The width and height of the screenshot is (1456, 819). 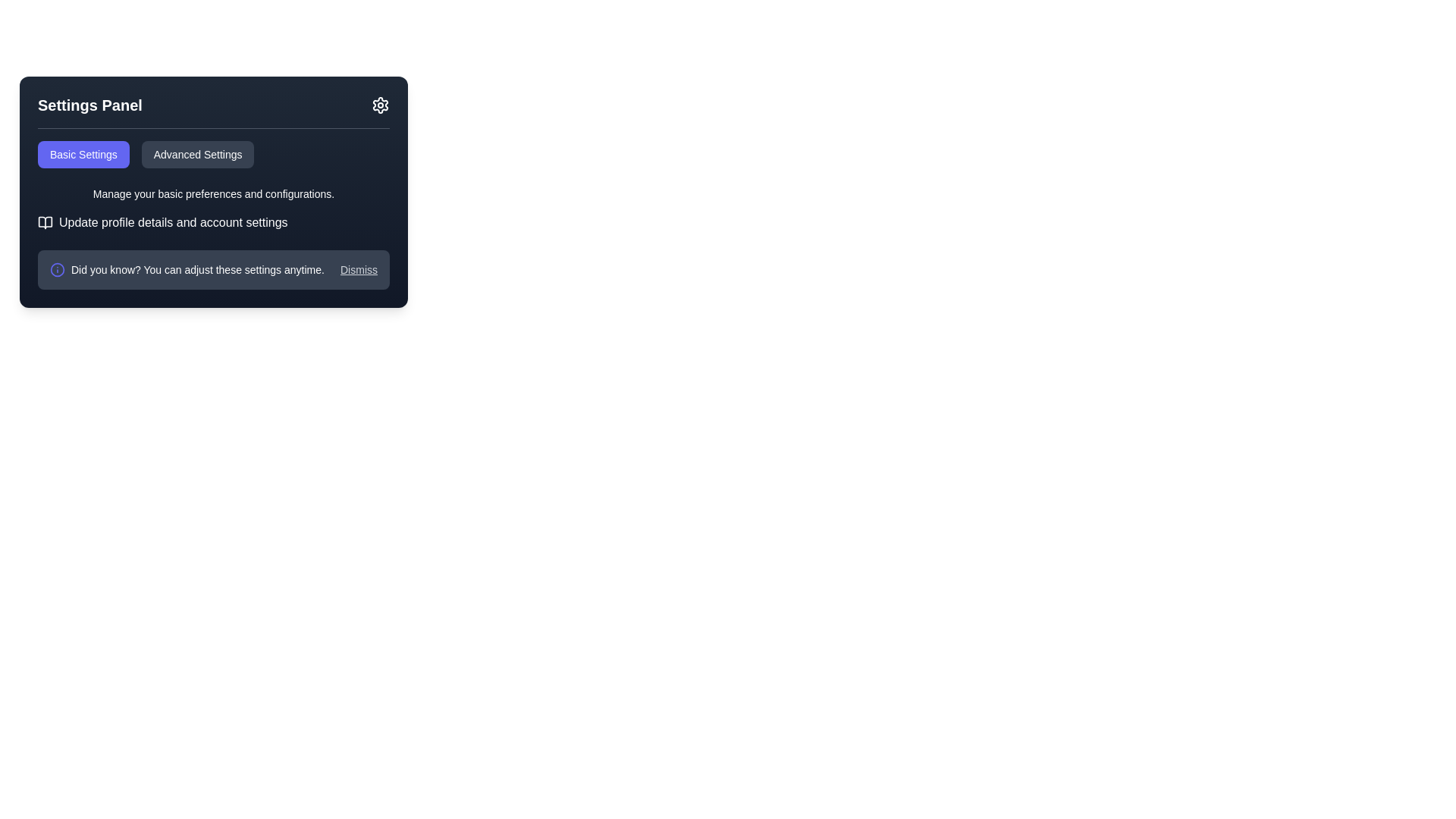 I want to click on the first button in the horizontal pair within the 'Settings Panel', so click(x=83, y=155).